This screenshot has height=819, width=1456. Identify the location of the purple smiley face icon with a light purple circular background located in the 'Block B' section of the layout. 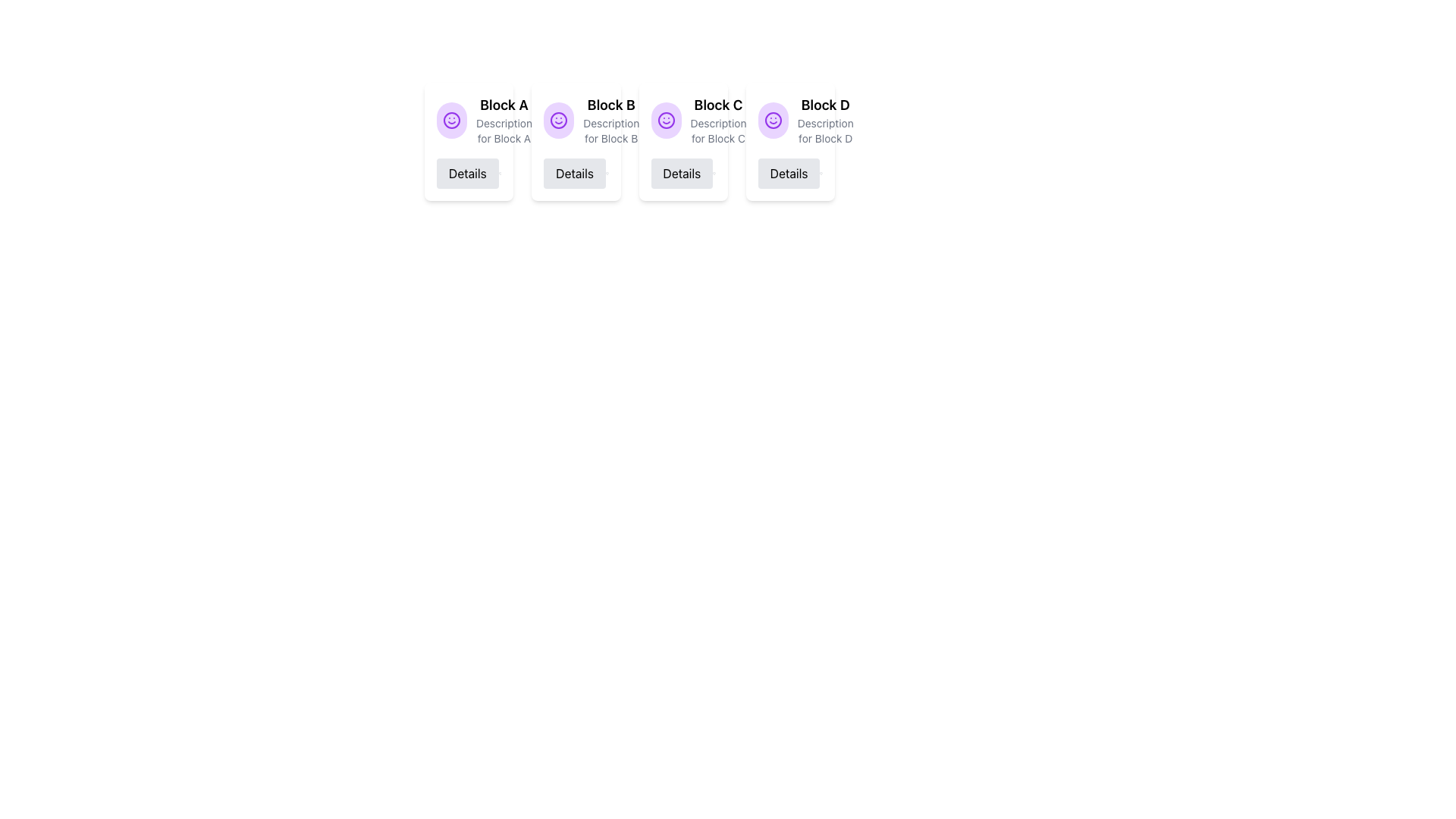
(666, 119).